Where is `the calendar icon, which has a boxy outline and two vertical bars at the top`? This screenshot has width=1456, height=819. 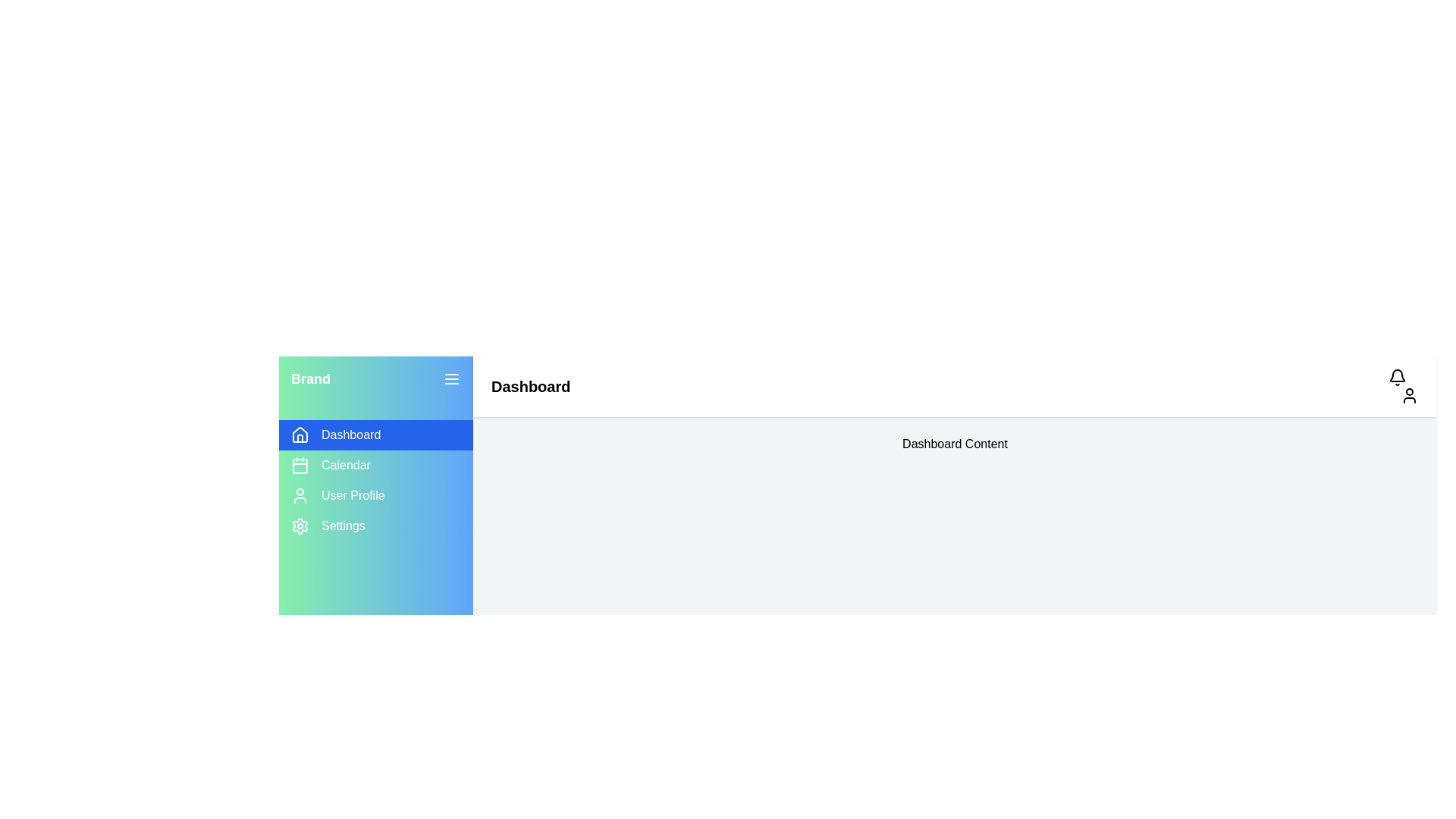
the calendar icon, which has a boxy outline and two vertical bars at the top is located at coordinates (300, 464).